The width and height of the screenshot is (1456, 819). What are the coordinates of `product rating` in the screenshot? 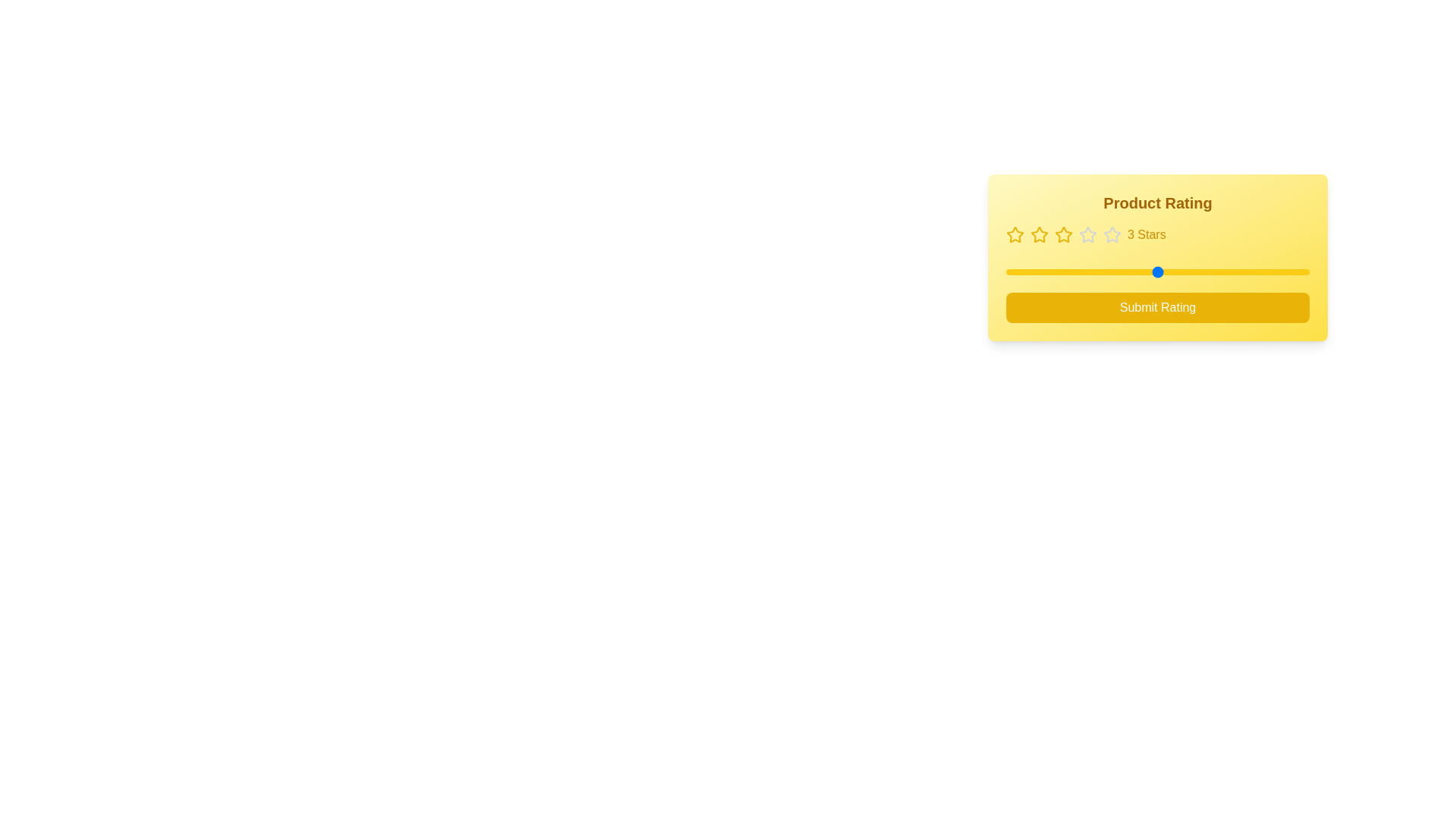 It's located at (1081, 271).